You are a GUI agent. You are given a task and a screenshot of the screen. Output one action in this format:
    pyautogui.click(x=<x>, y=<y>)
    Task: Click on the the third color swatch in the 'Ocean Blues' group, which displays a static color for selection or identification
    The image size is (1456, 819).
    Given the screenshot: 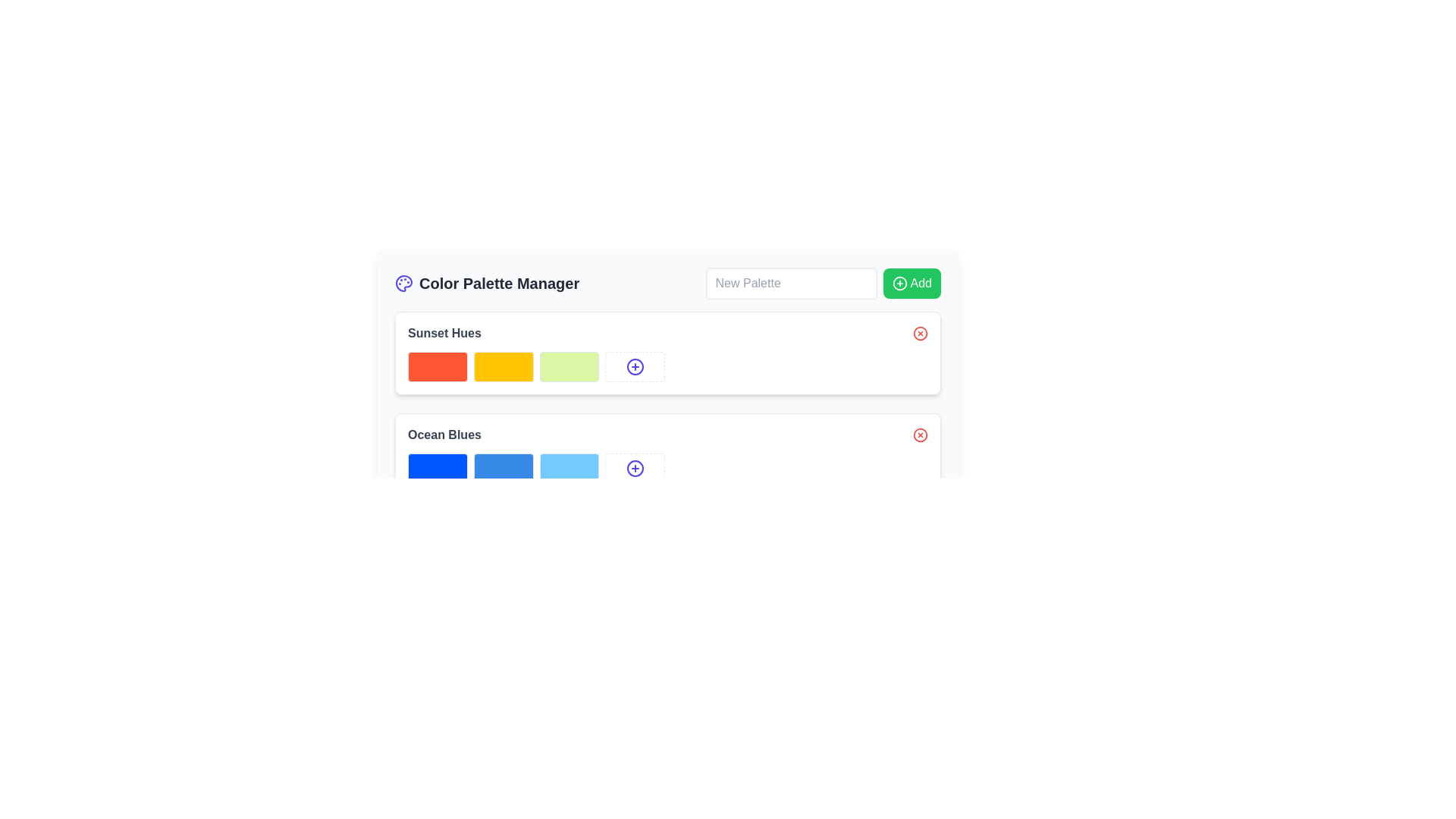 What is the action you would take?
    pyautogui.click(x=568, y=467)
    